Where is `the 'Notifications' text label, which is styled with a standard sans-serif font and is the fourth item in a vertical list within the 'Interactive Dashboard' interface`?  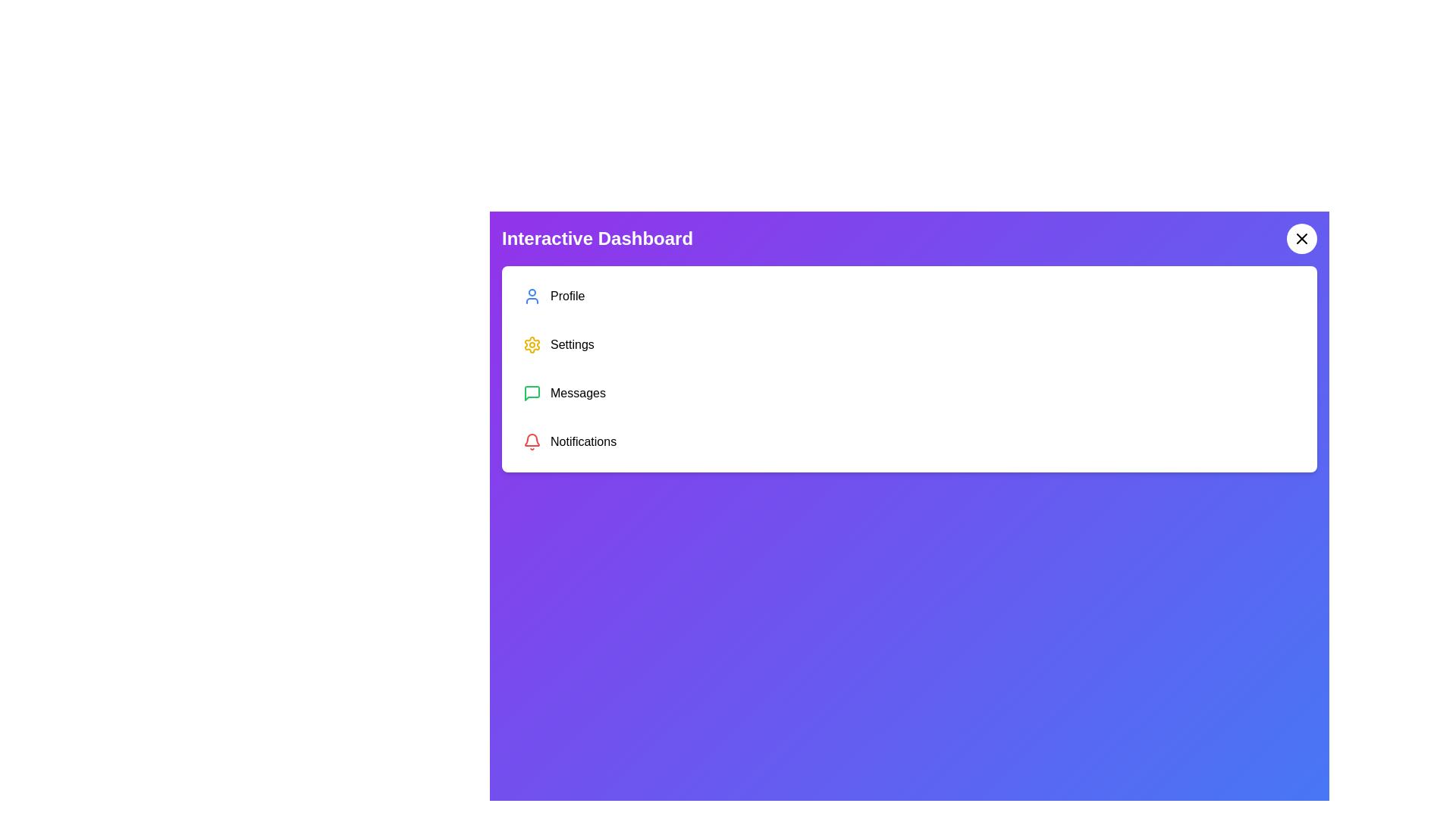 the 'Notifications' text label, which is styled with a standard sans-serif font and is the fourth item in a vertical list within the 'Interactive Dashboard' interface is located at coordinates (582, 441).